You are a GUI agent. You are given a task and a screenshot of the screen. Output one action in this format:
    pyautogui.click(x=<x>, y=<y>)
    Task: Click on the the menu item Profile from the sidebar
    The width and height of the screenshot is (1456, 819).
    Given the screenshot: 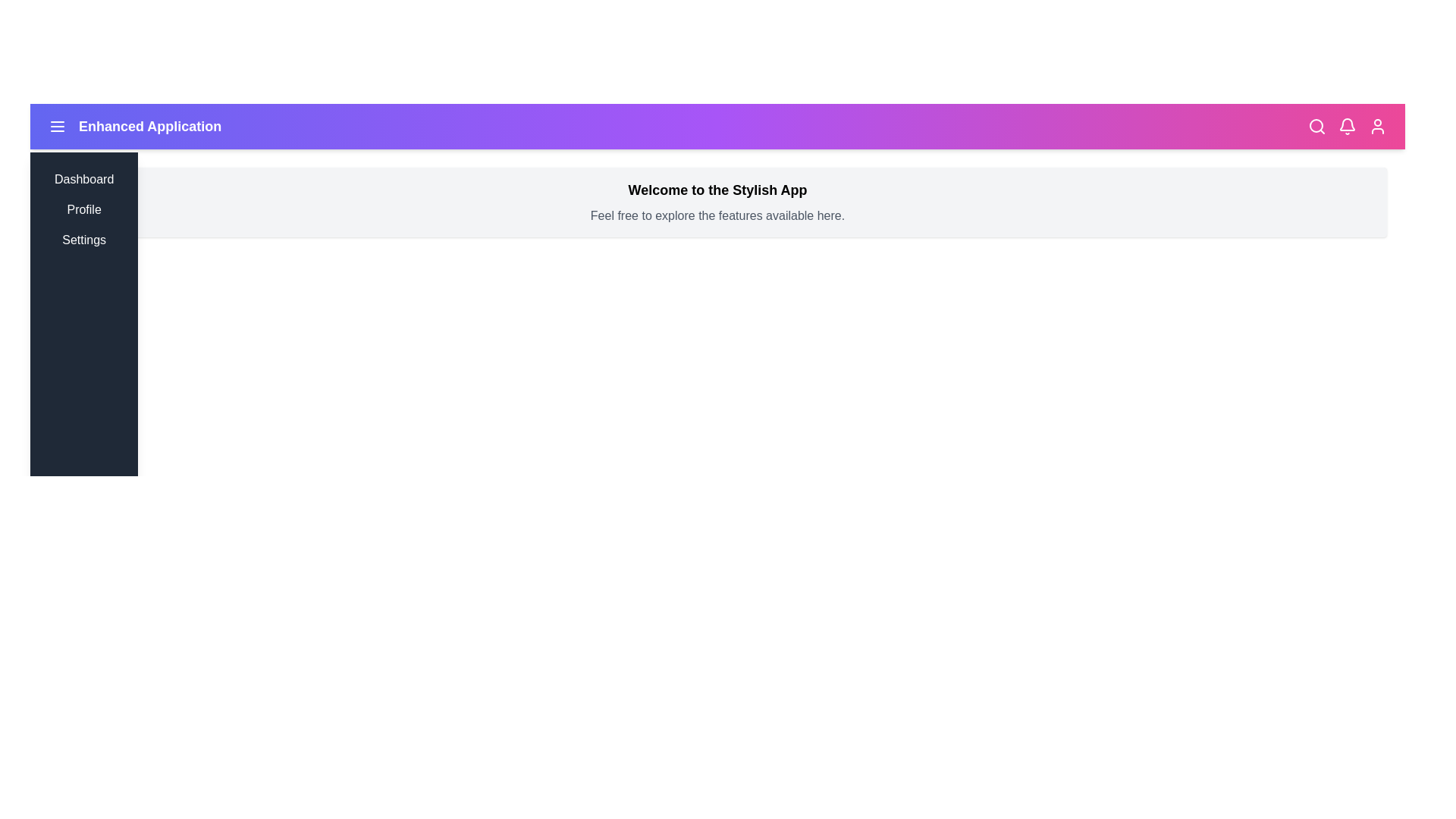 What is the action you would take?
    pyautogui.click(x=83, y=210)
    